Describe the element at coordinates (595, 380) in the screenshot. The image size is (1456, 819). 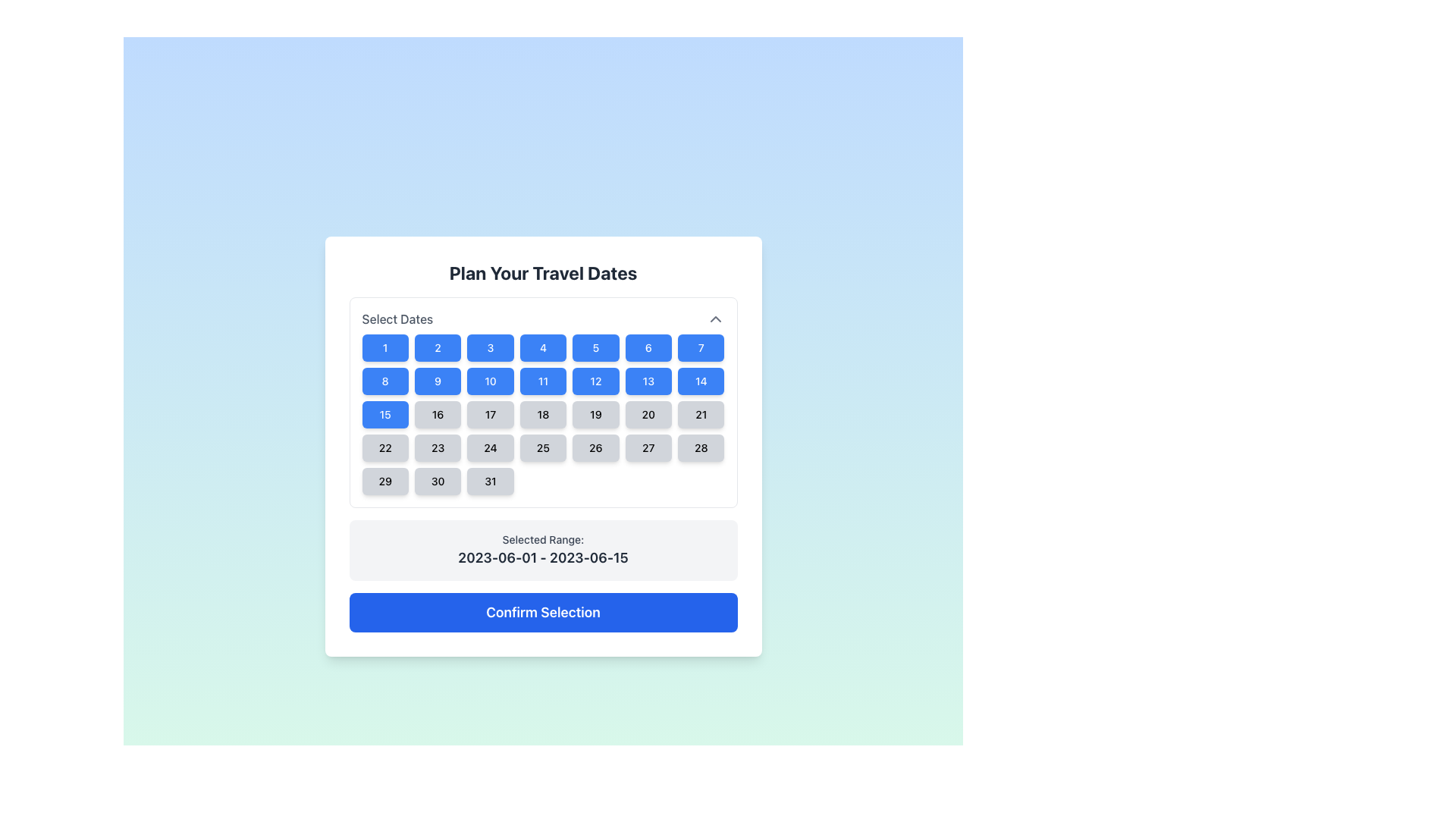
I see `the selectable day button in the date picker interface located in the second row and sixth column` at that location.